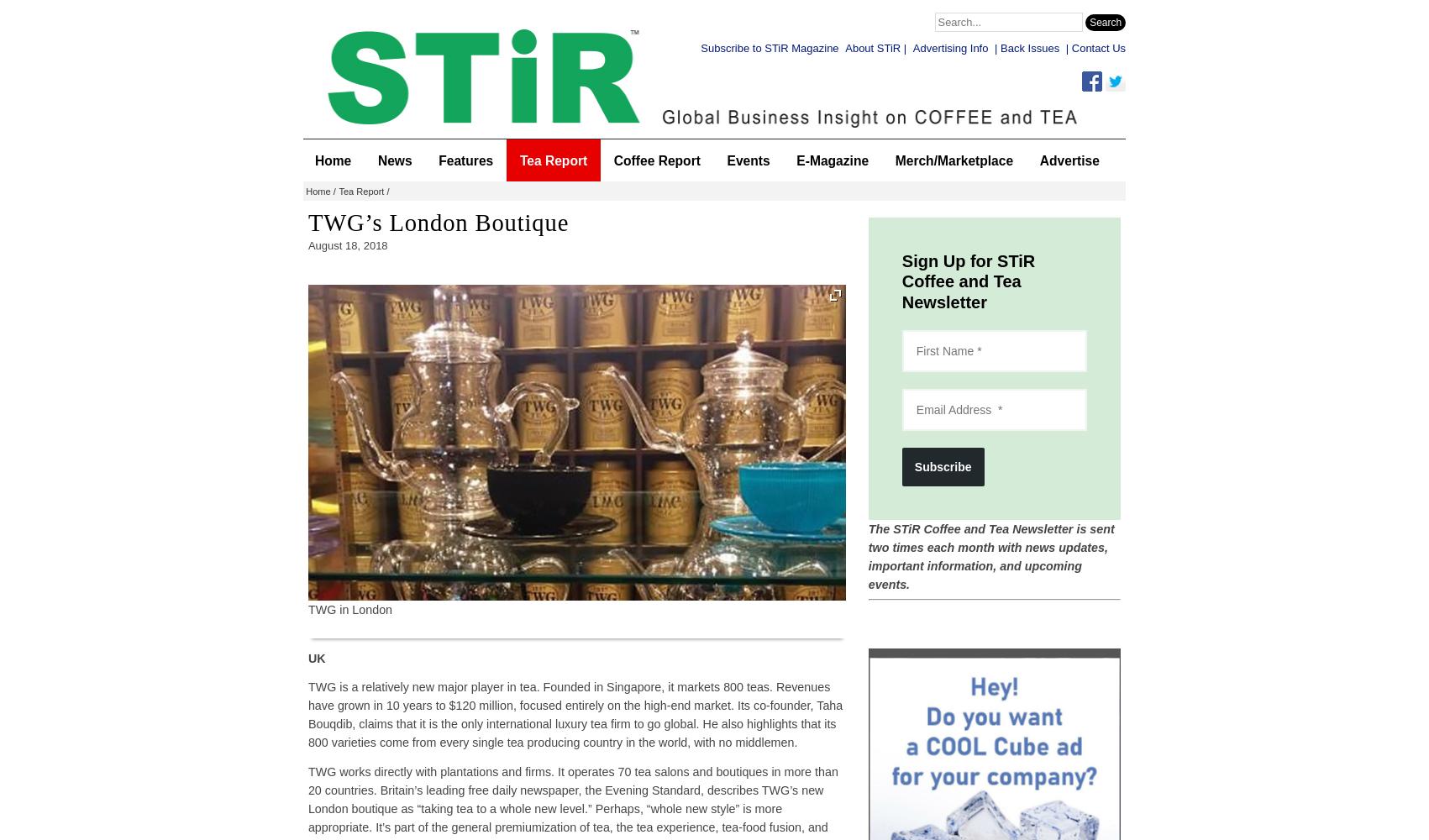  Describe the element at coordinates (656, 159) in the screenshot. I see `'Coffee Report'` at that location.